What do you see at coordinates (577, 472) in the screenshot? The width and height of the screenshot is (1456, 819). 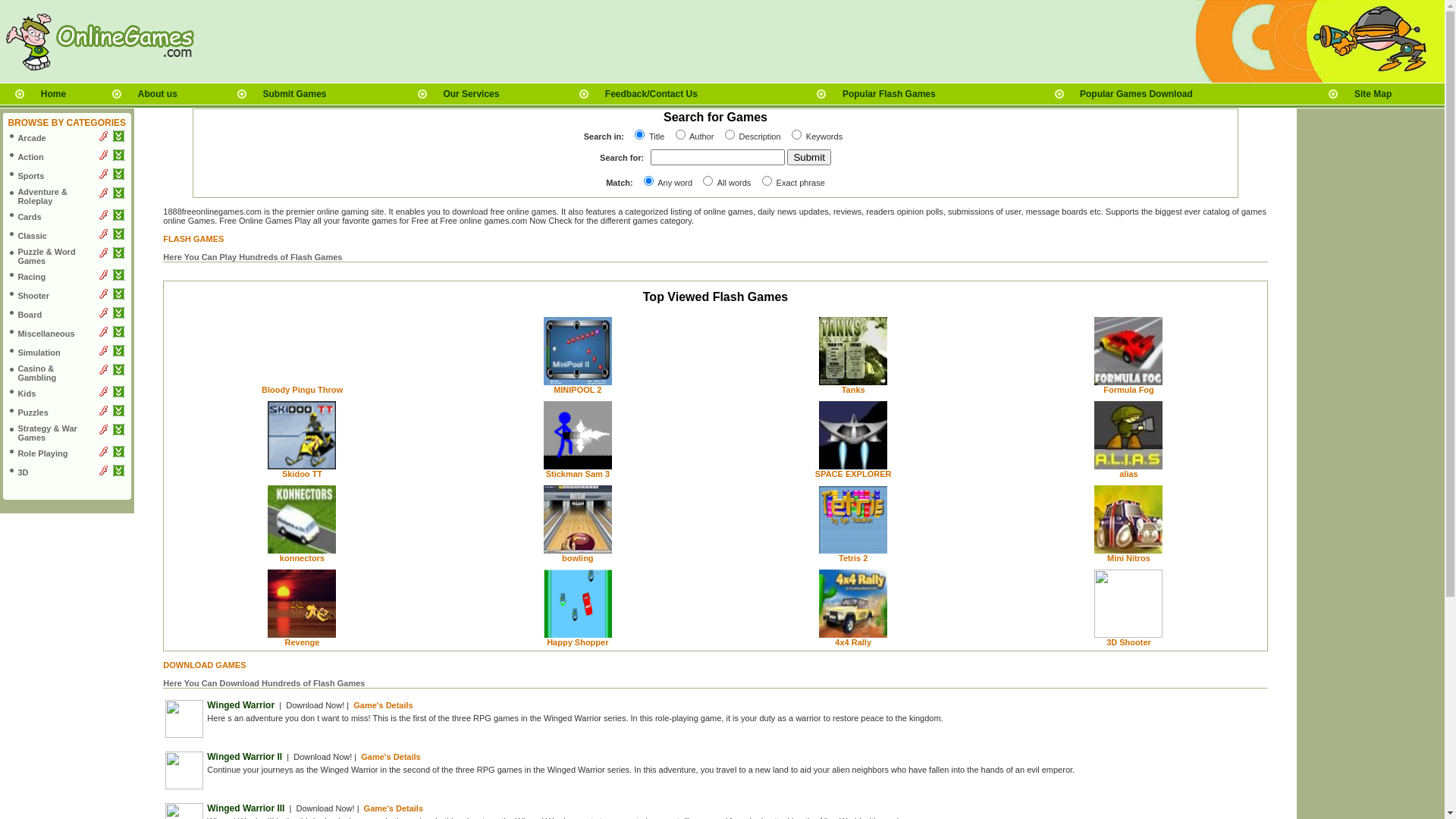 I see `'Stickman Sam 3'` at bounding box center [577, 472].